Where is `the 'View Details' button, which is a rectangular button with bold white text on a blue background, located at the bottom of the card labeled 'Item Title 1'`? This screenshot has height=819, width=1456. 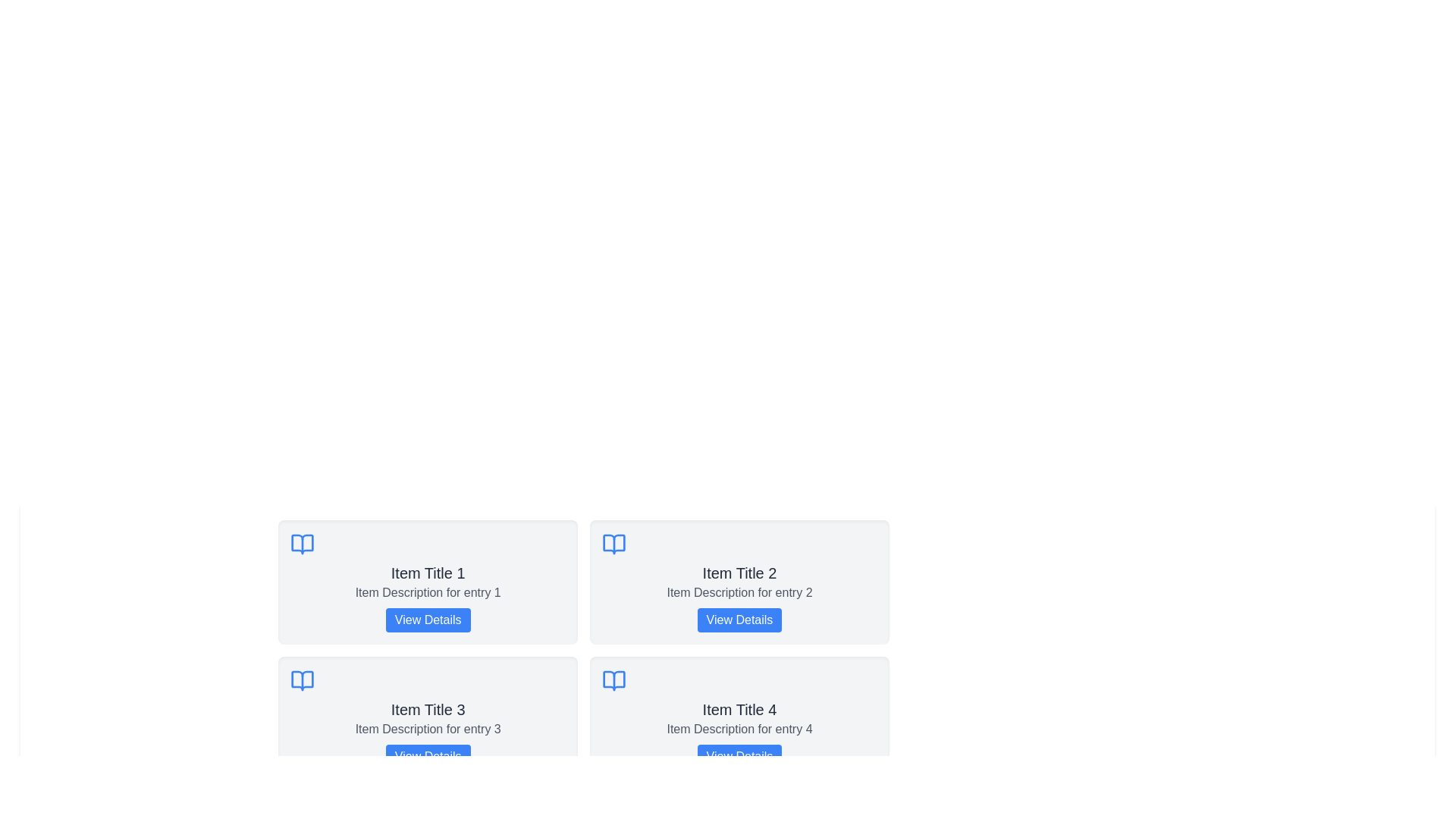
the 'View Details' button, which is a rectangular button with bold white text on a blue background, located at the bottom of the card labeled 'Item Title 1' is located at coordinates (427, 620).